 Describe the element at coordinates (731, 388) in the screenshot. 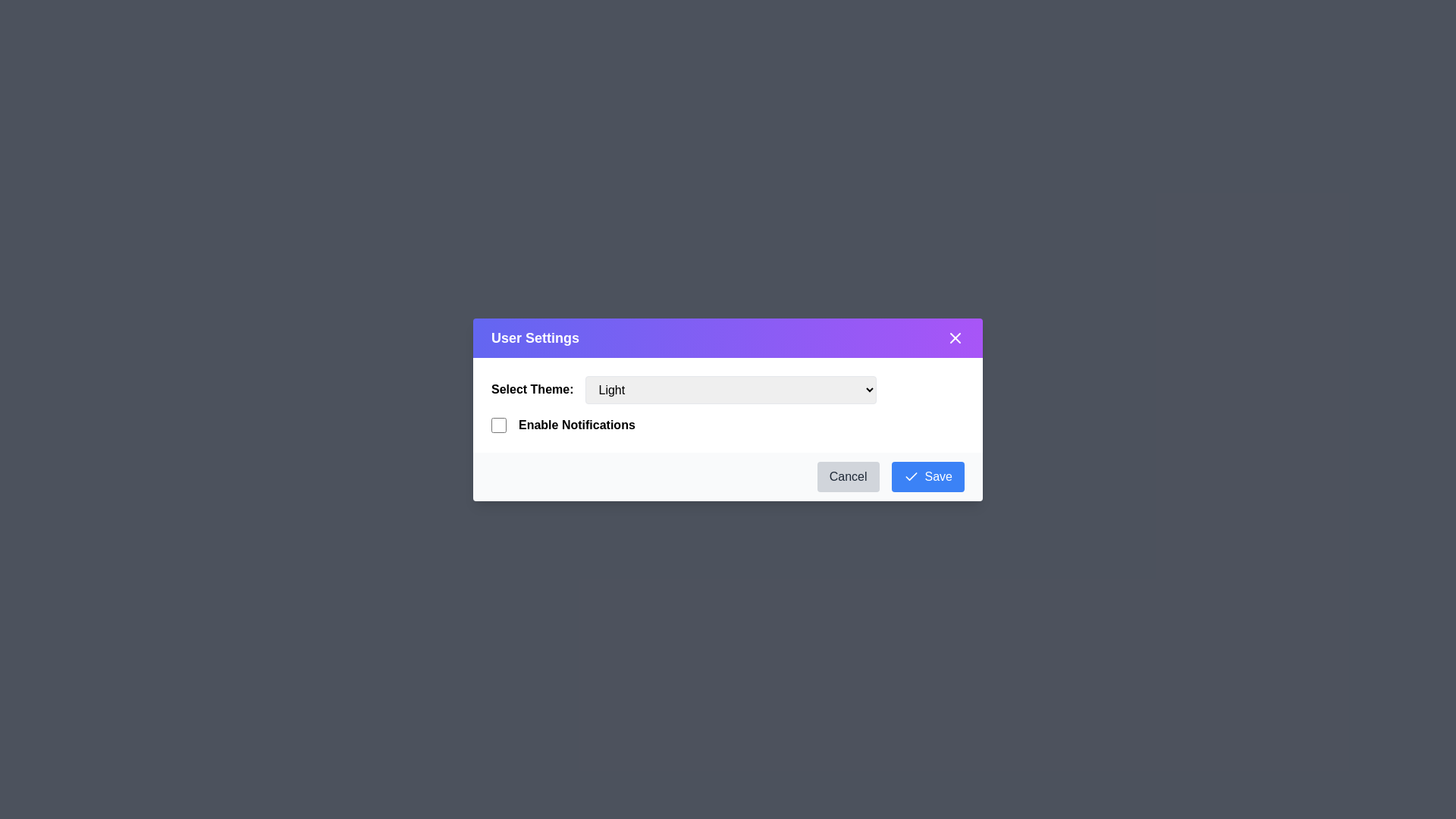

I see `the theme RGB from the dropdown menu` at that location.